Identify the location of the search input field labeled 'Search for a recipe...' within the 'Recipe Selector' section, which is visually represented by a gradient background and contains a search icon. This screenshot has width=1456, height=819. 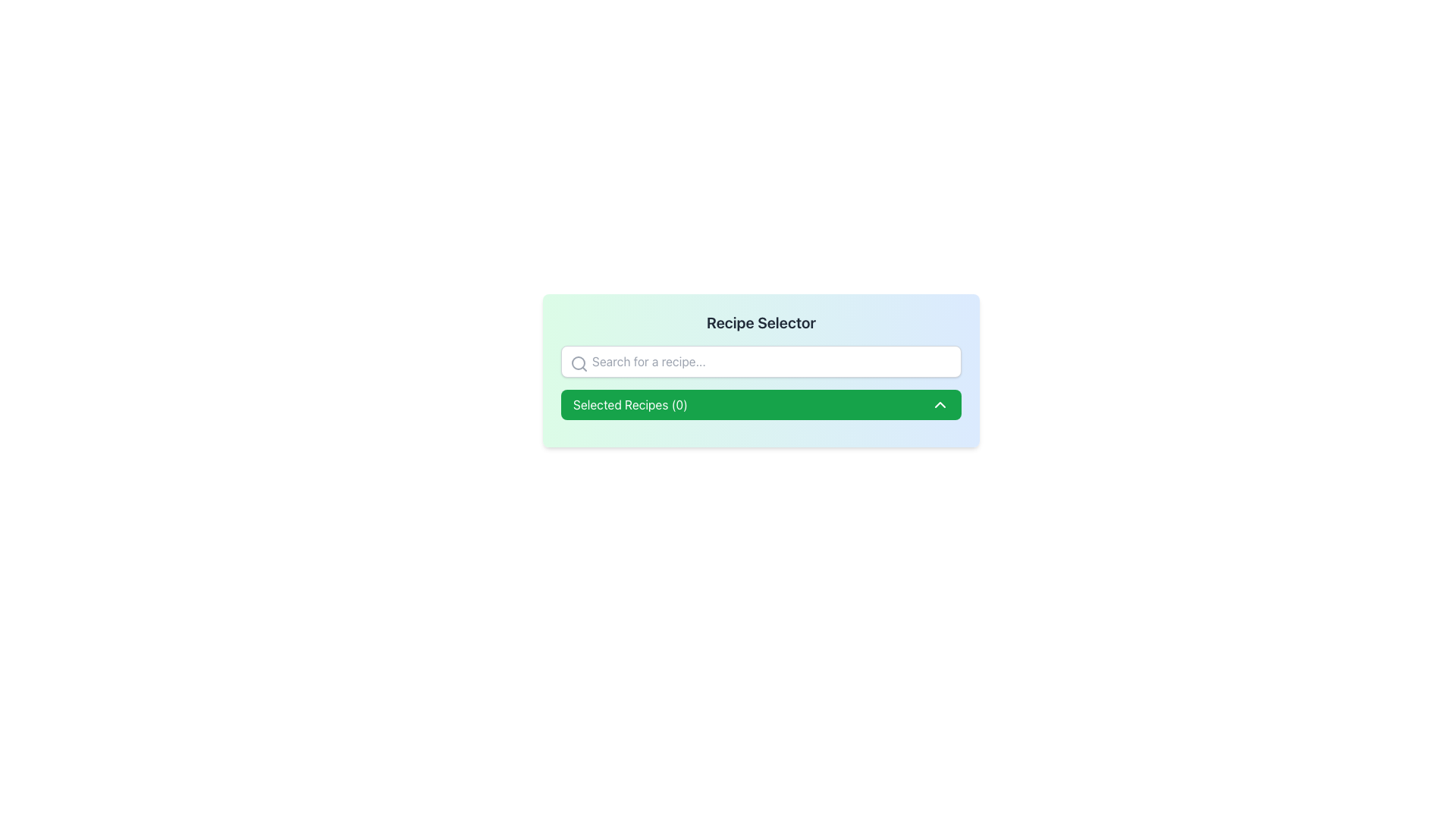
(761, 371).